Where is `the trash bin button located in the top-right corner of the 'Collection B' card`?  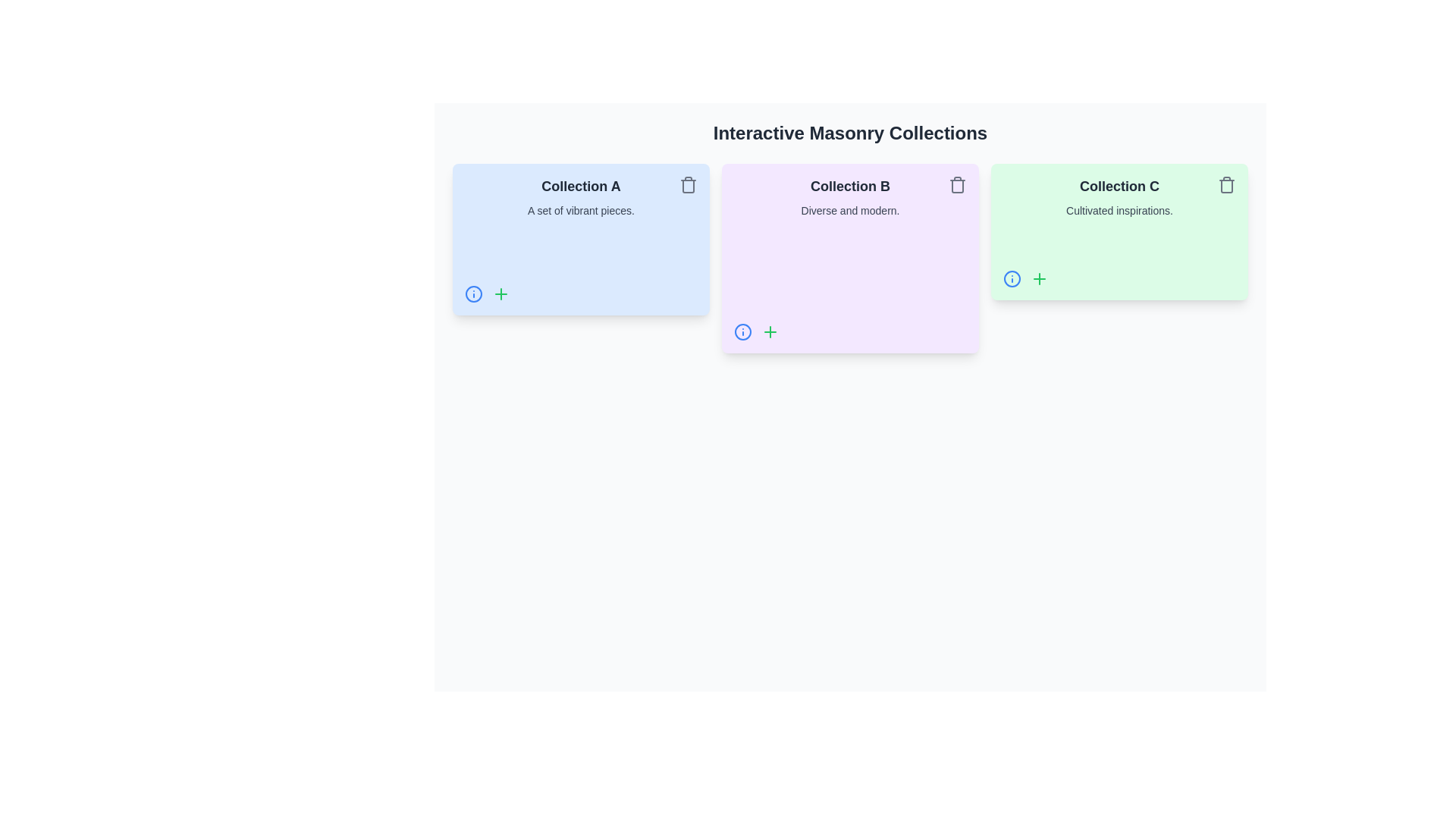
the trash bin button located in the top-right corner of the 'Collection B' card is located at coordinates (956, 186).